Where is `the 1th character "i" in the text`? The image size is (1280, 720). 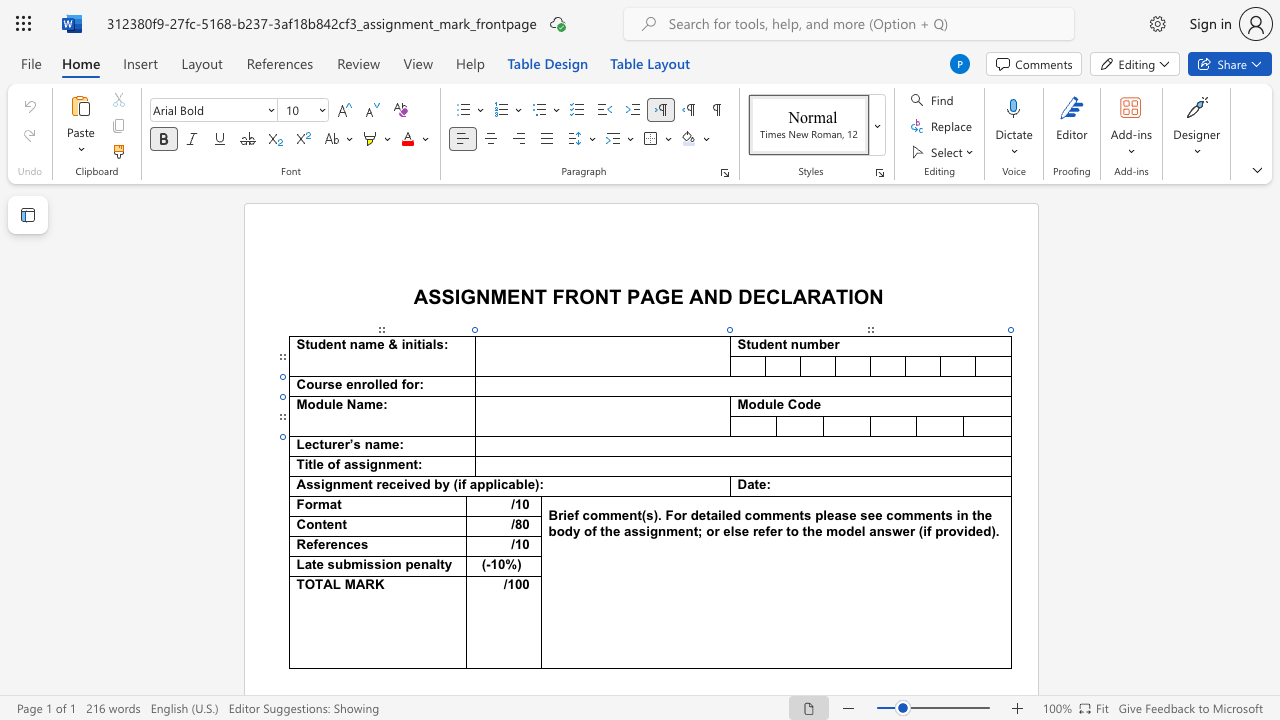 the 1th character "i" in the text is located at coordinates (322, 484).